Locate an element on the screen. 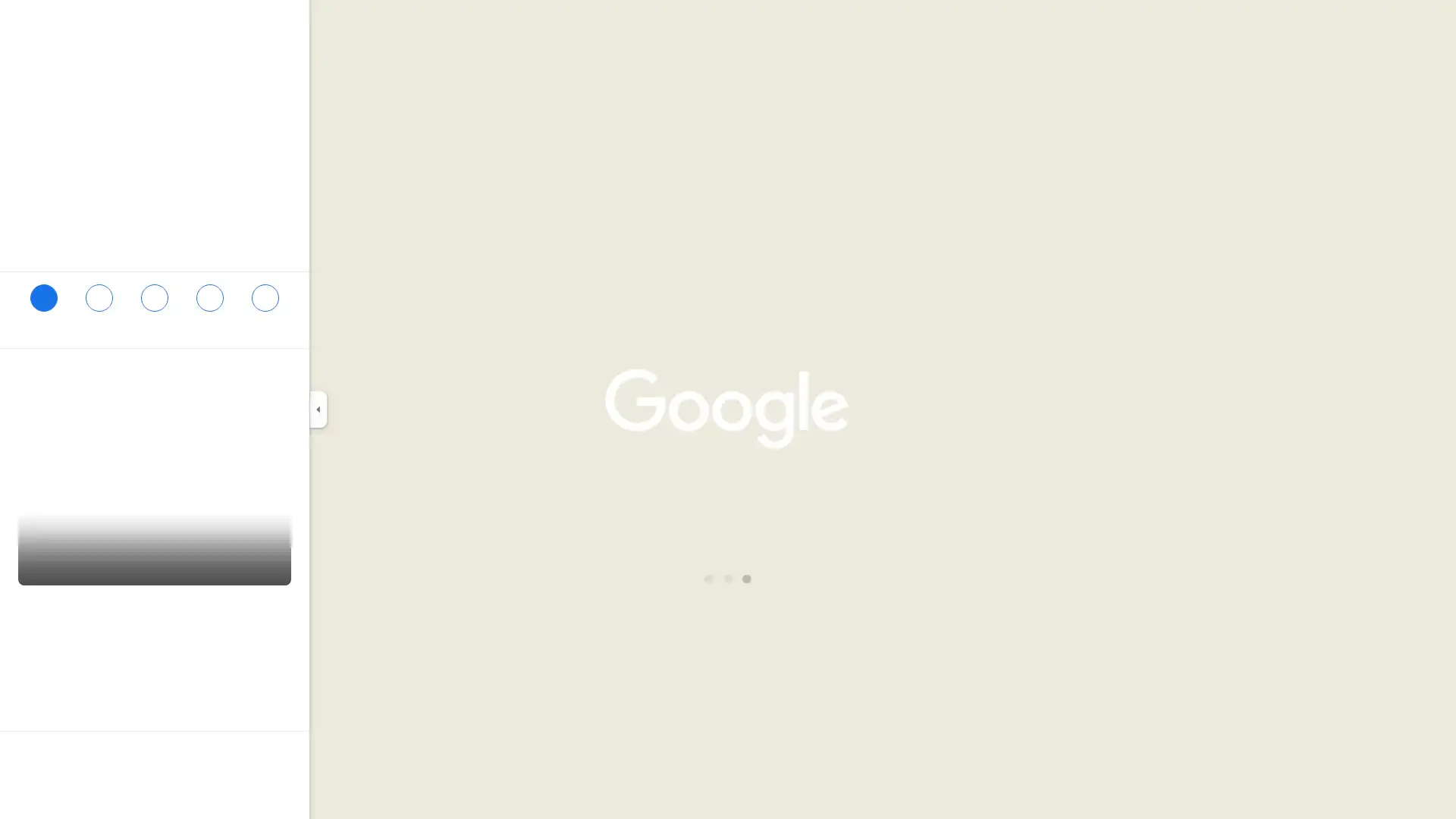 The height and width of the screenshot is (819, 1456). Search is located at coordinates (240, 24).